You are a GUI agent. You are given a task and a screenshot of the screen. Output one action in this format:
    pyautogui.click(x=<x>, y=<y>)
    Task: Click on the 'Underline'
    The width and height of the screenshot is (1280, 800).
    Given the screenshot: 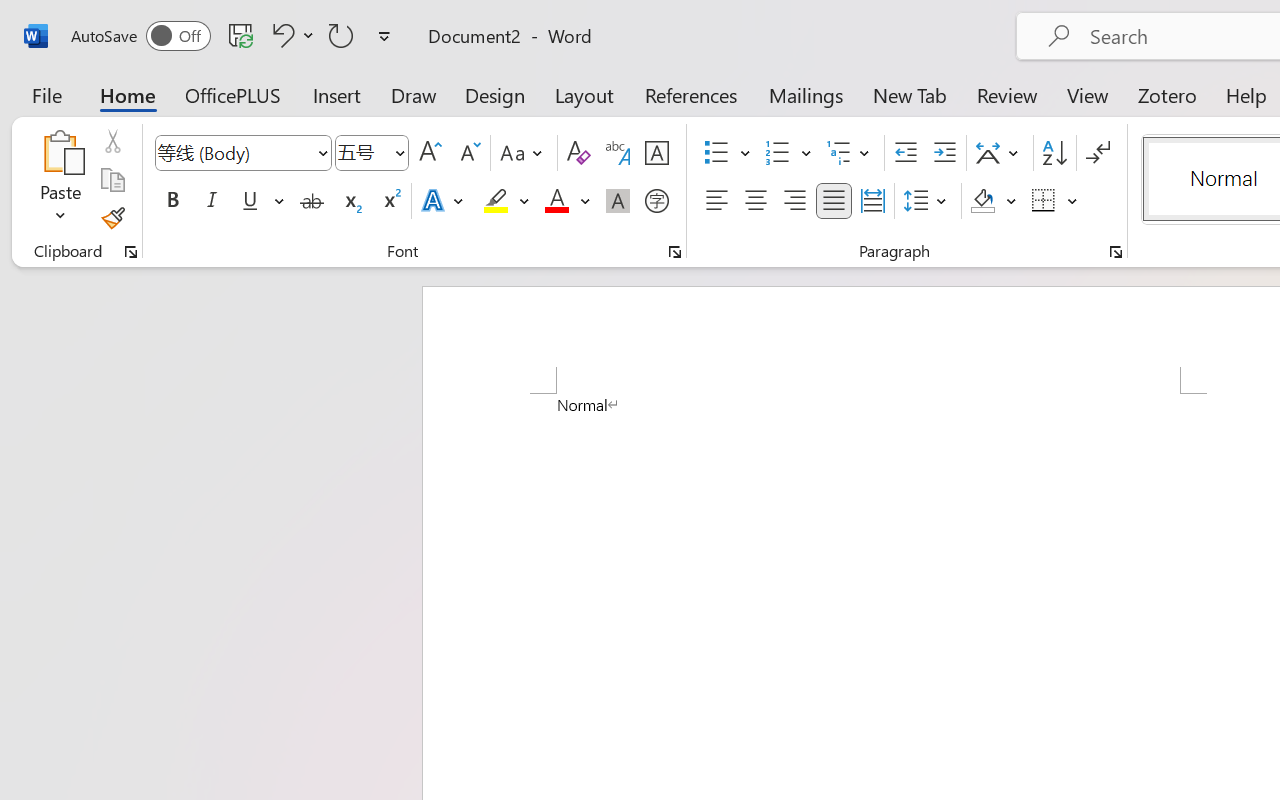 What is the action you would take?
    pyautogui.click(x=249, y=201)
    